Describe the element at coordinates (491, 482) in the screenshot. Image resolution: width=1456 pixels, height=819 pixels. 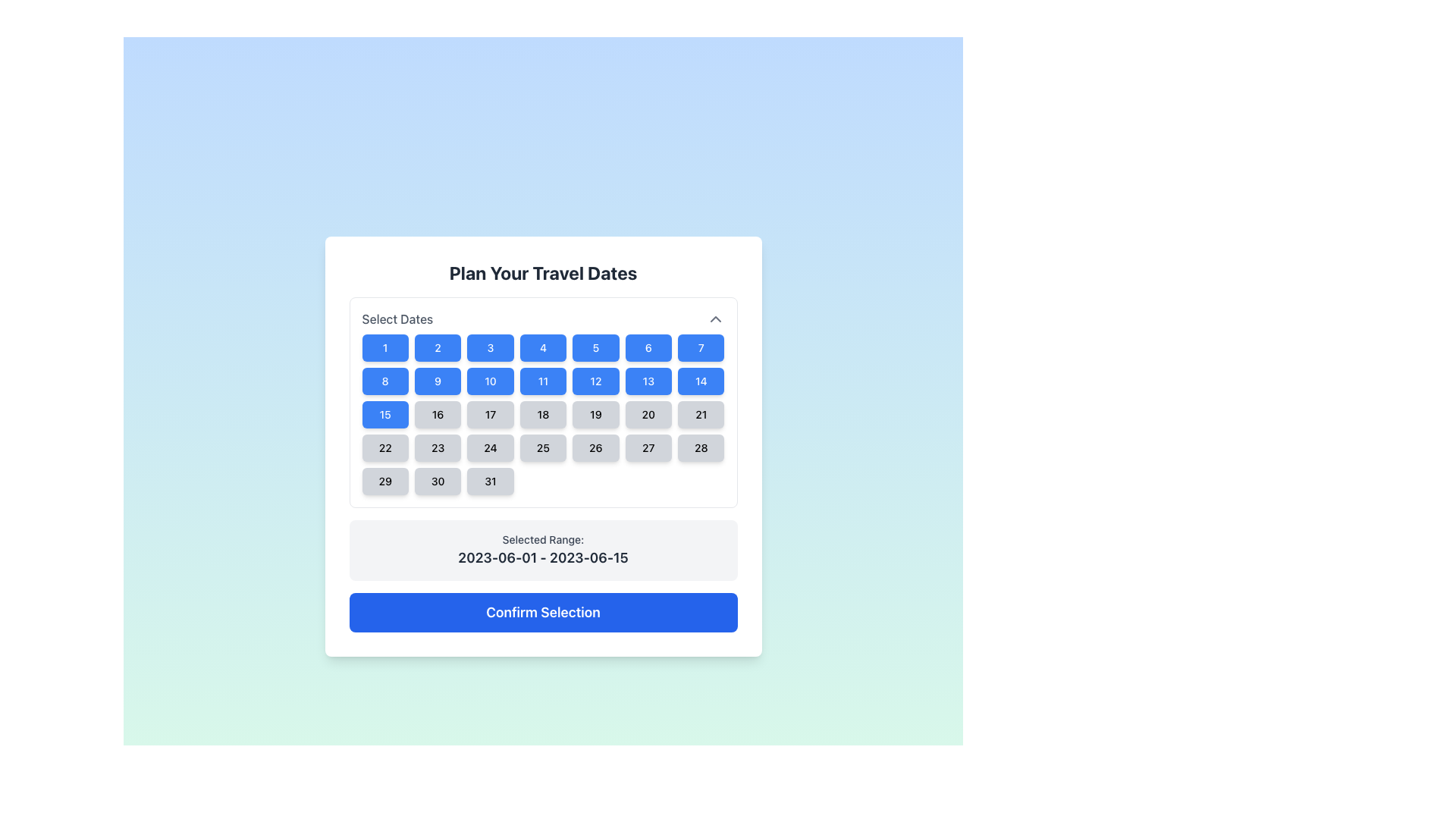
I see `the button displaying the number '31'` at that location.